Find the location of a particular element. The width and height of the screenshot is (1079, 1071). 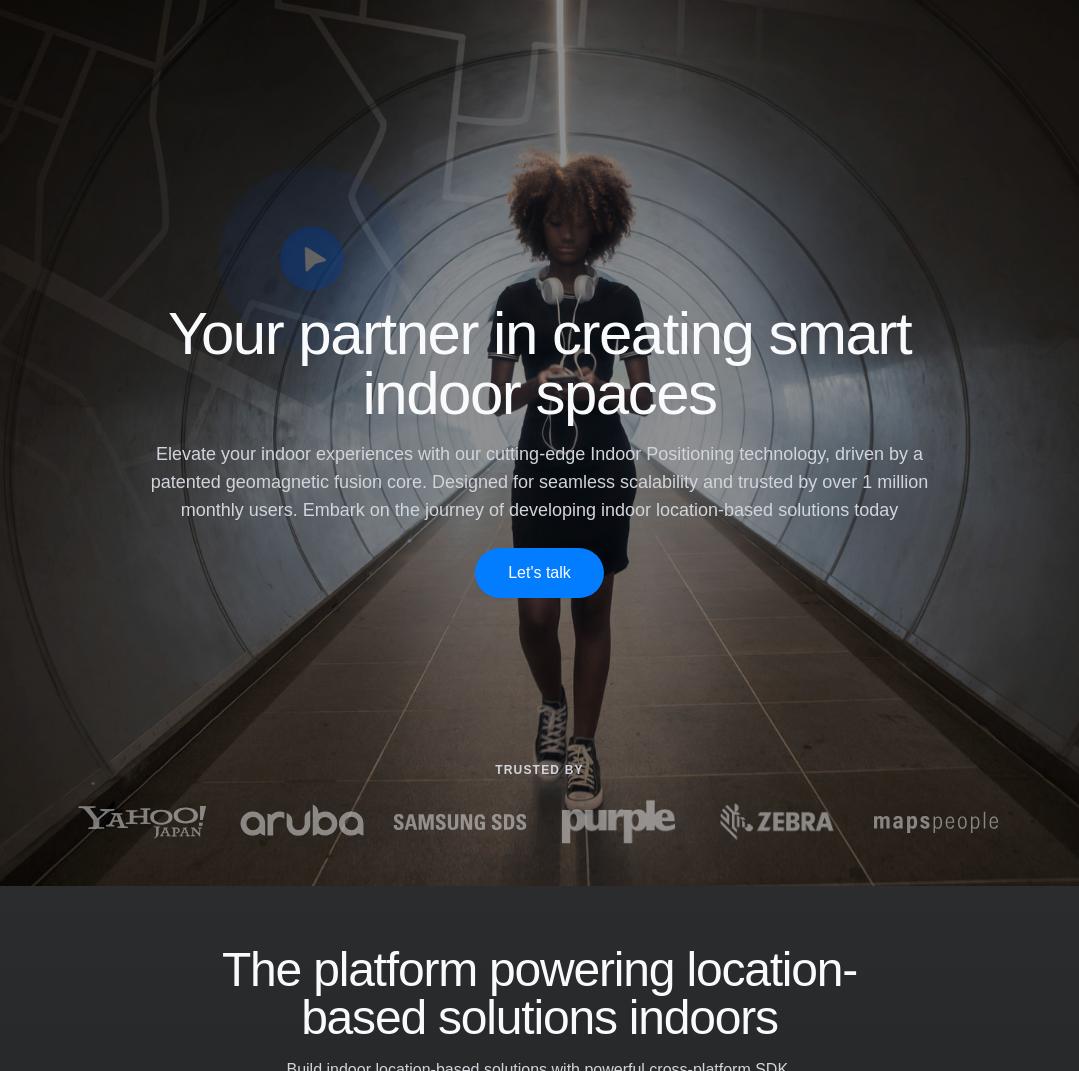

'Products' is located at coordinates (316, 44).